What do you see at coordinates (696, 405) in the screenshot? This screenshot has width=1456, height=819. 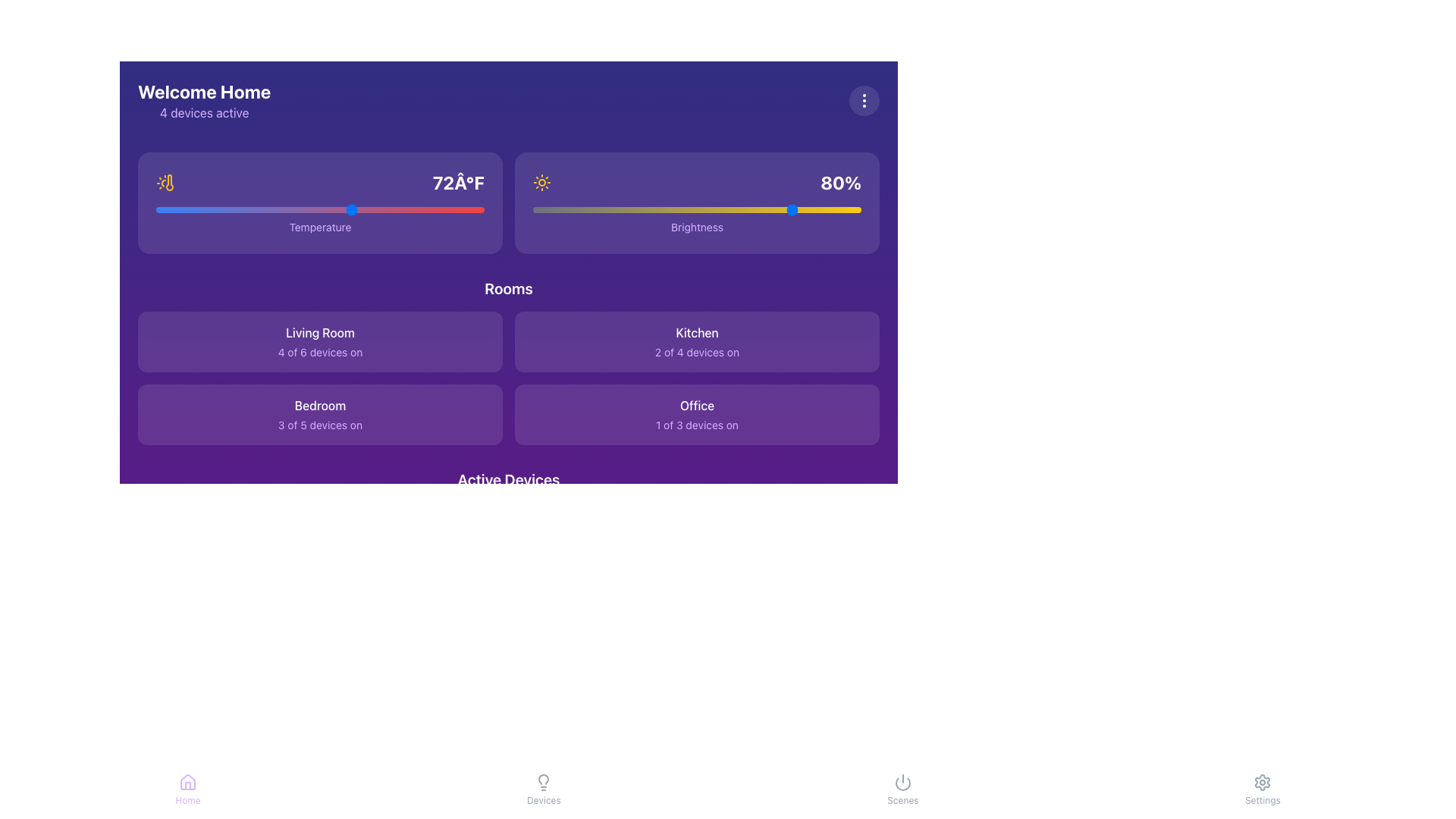 I see `the text label that identifies the room or category named 'Office', located in the bottom-right section of the 'Rooms' section` at bounding box center [696, 405].